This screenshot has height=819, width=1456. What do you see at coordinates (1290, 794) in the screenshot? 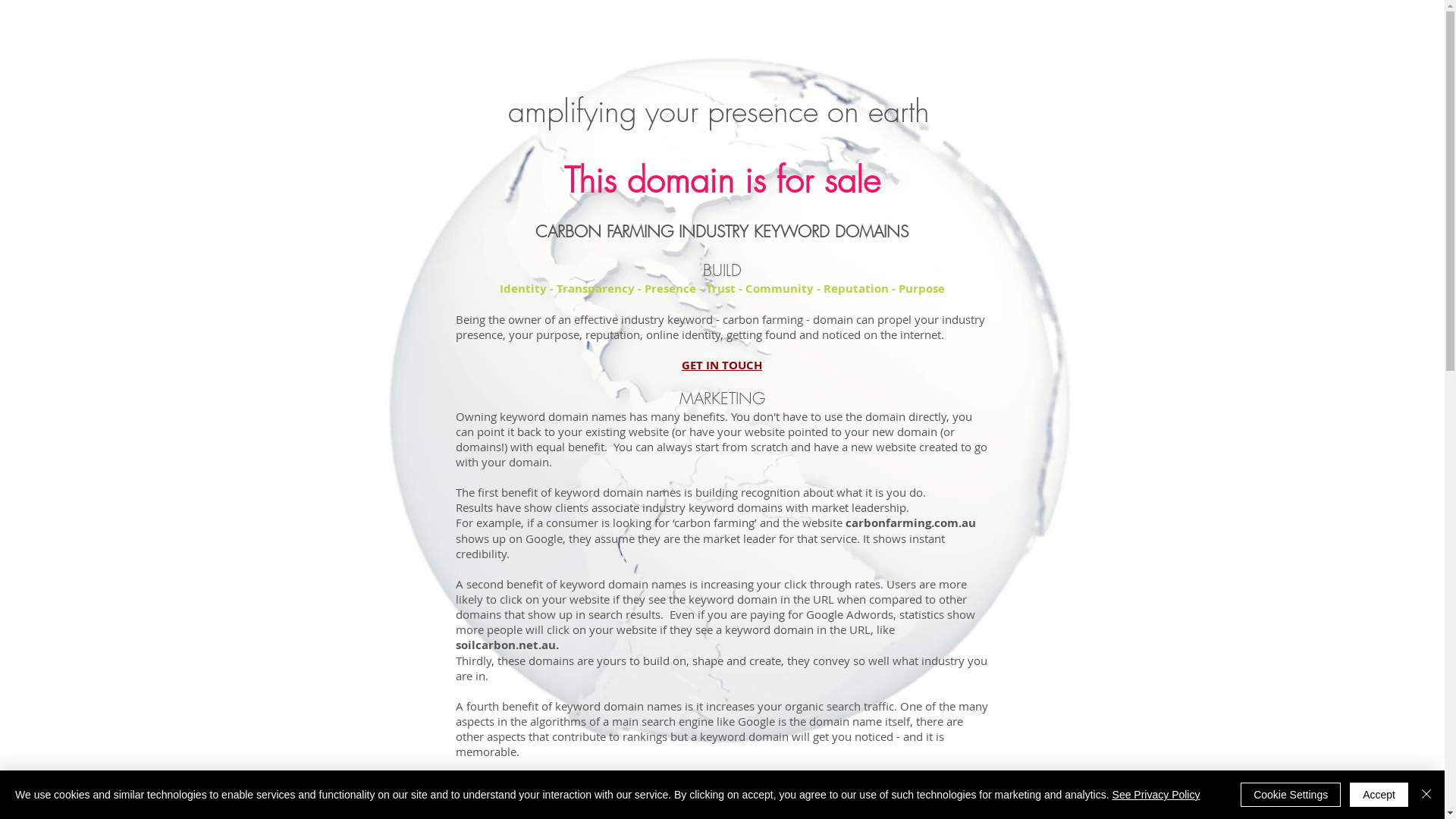
I see `'Cookie Settings'` at bounding box center [1290, 794].